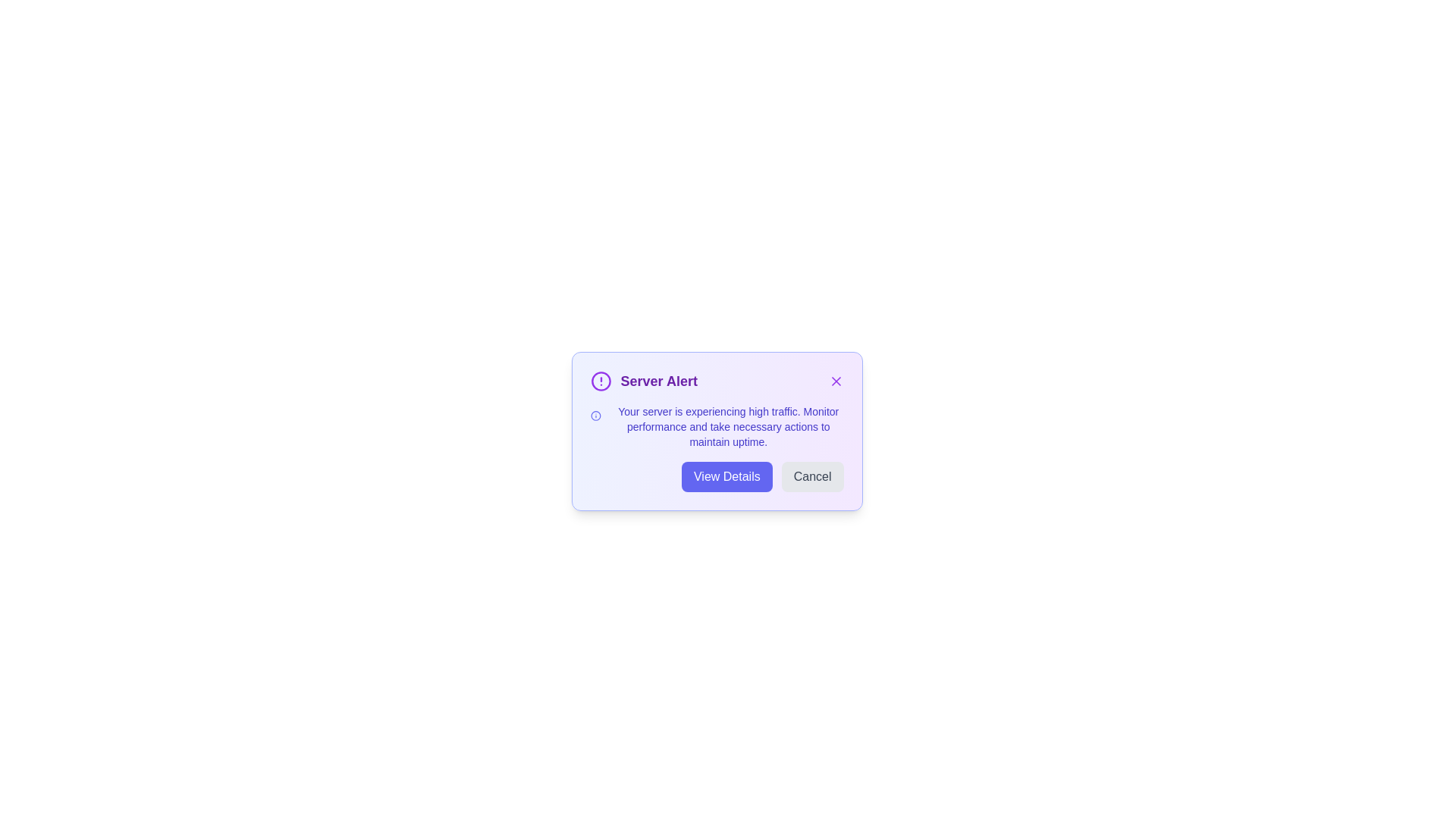 This screenshot has width=1456, height=819. What do you see at coordinates (811, 475) in the screenshot?
I see `the 'Cancel' button to dismiss the dialog` at bounding box center [811, 475].